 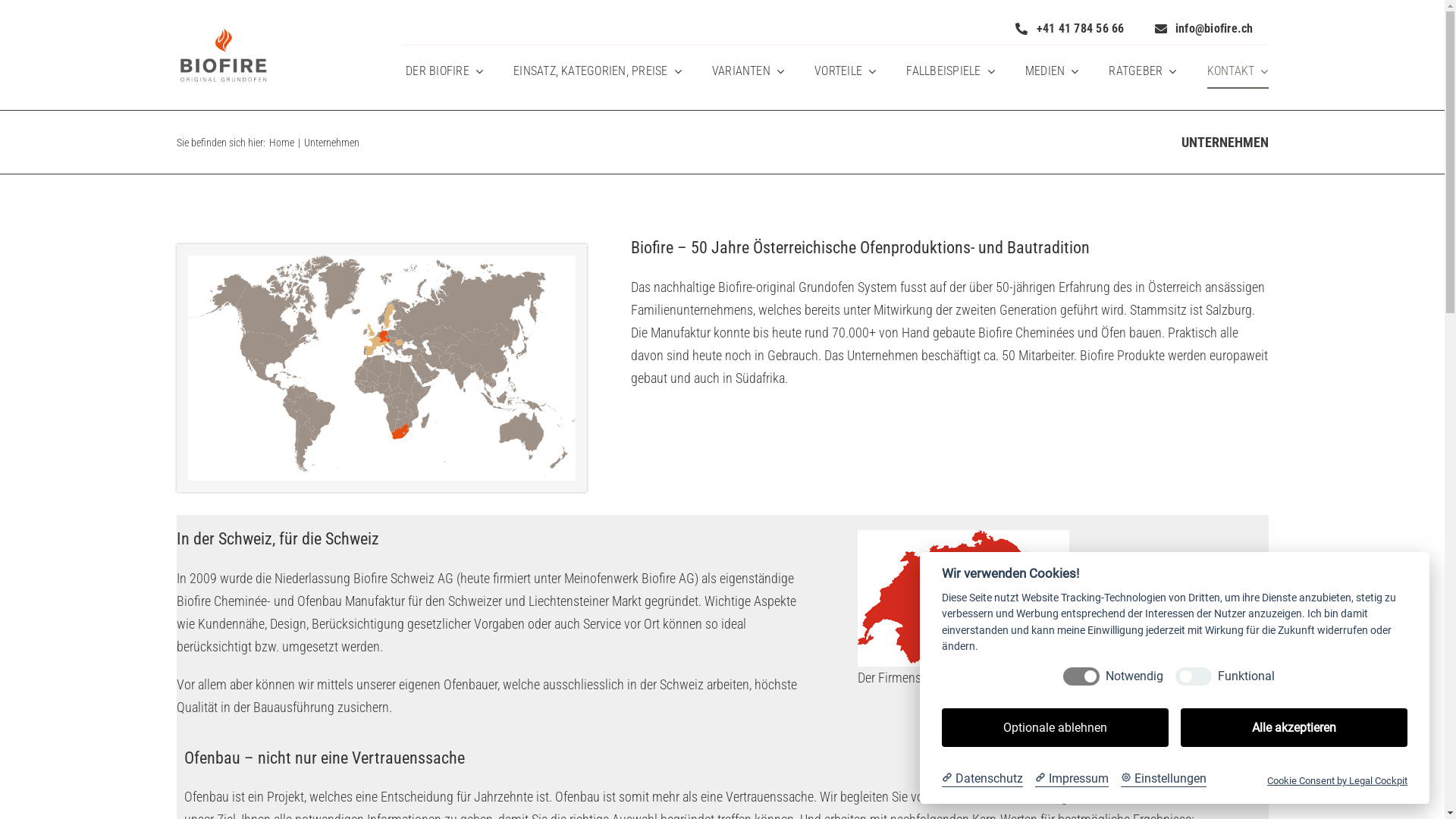 What do you see at coordinates (1051, 71) in the screenshot?
I see `'MEDIEN'` at bounding box center [1051, 71].